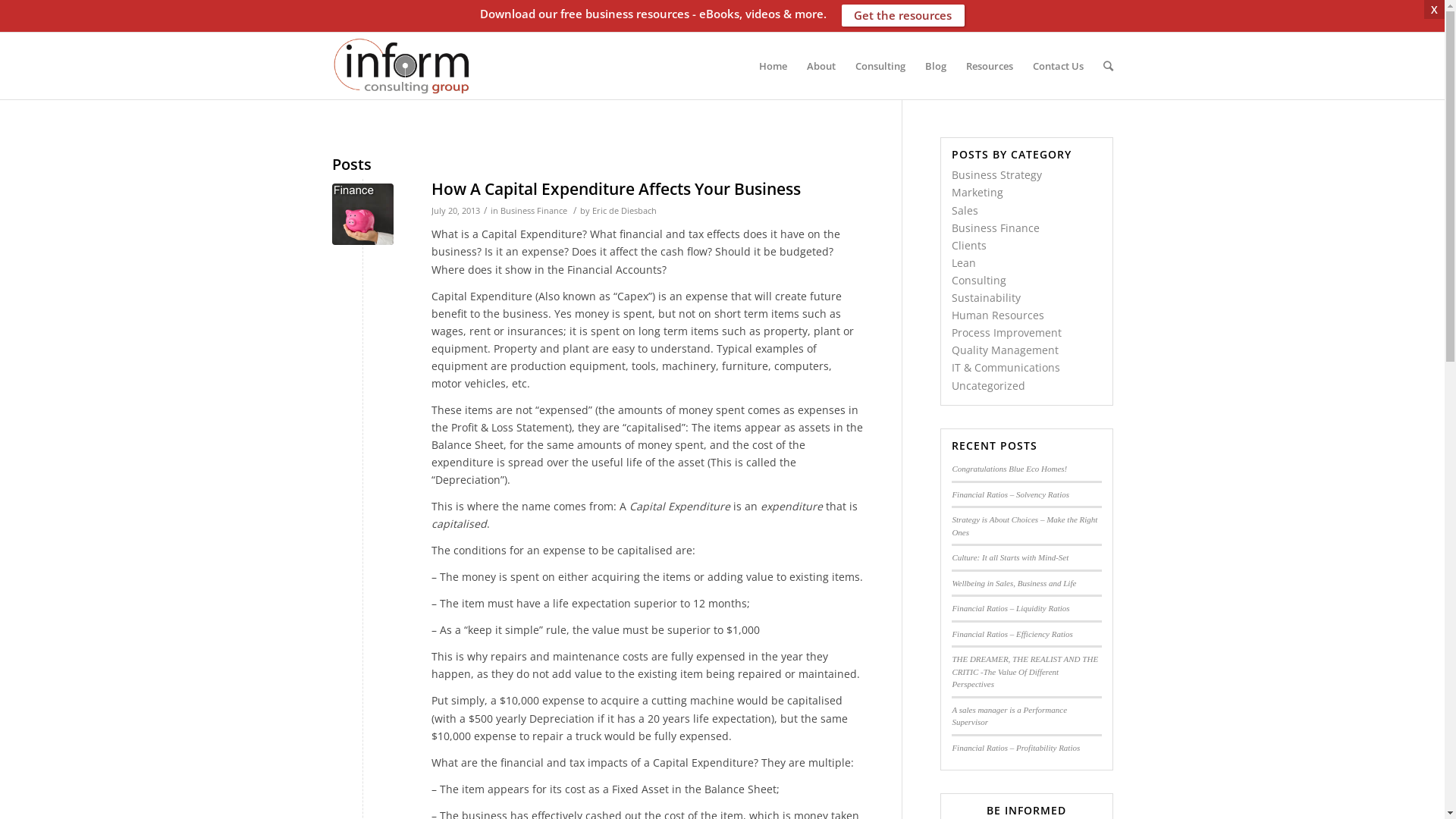 The image size is (1456, 819). Describe the element at coordinates (950, 557) in the screenshot. I see `'Culture: It all Starts with Mind-Set'` at that location.